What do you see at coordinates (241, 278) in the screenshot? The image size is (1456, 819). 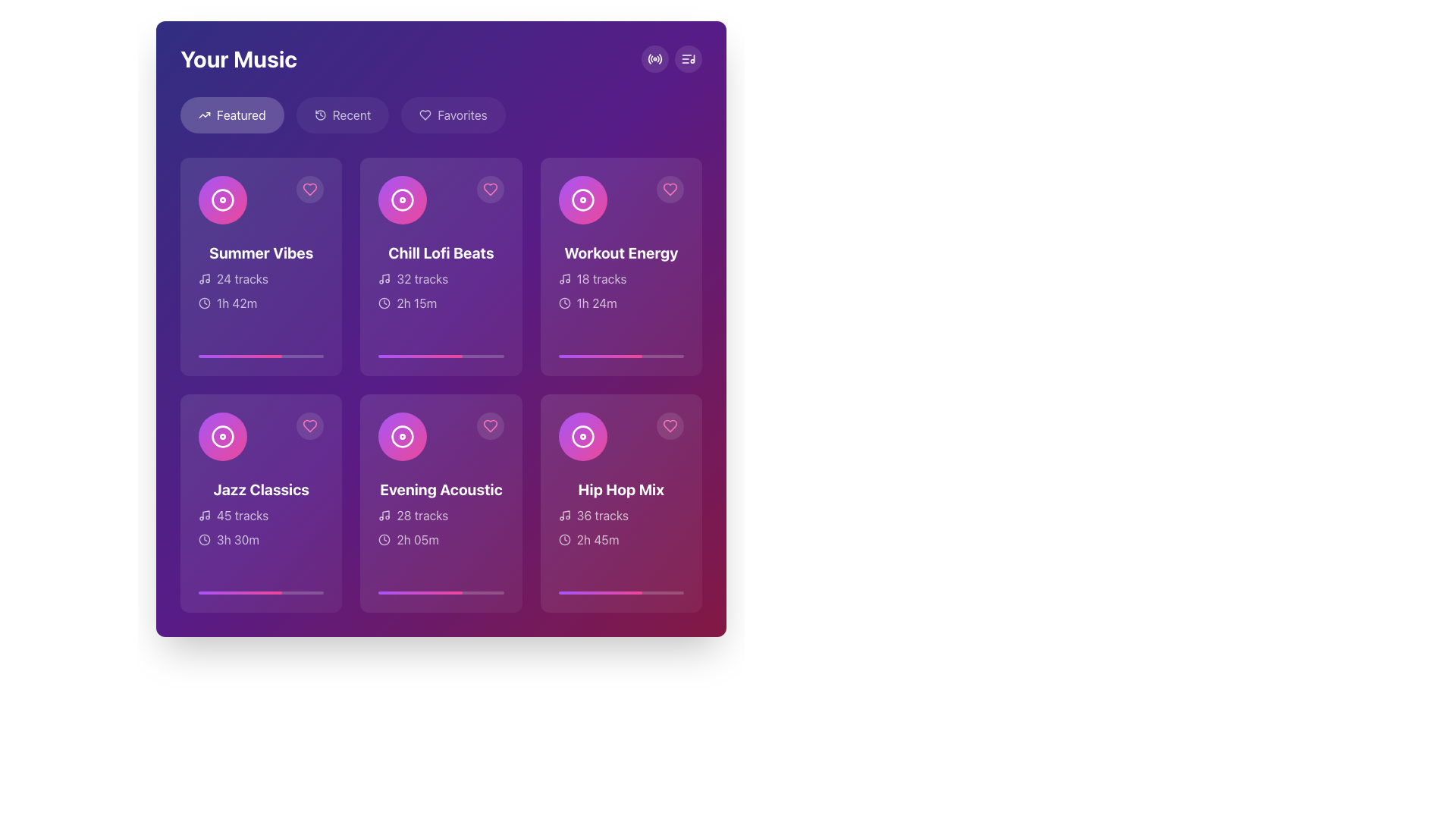 I see `the static text label that reads '24 tracks', prominently displayed within the first music card below the 'Your Music' heading` at bounding box center [241, 278].